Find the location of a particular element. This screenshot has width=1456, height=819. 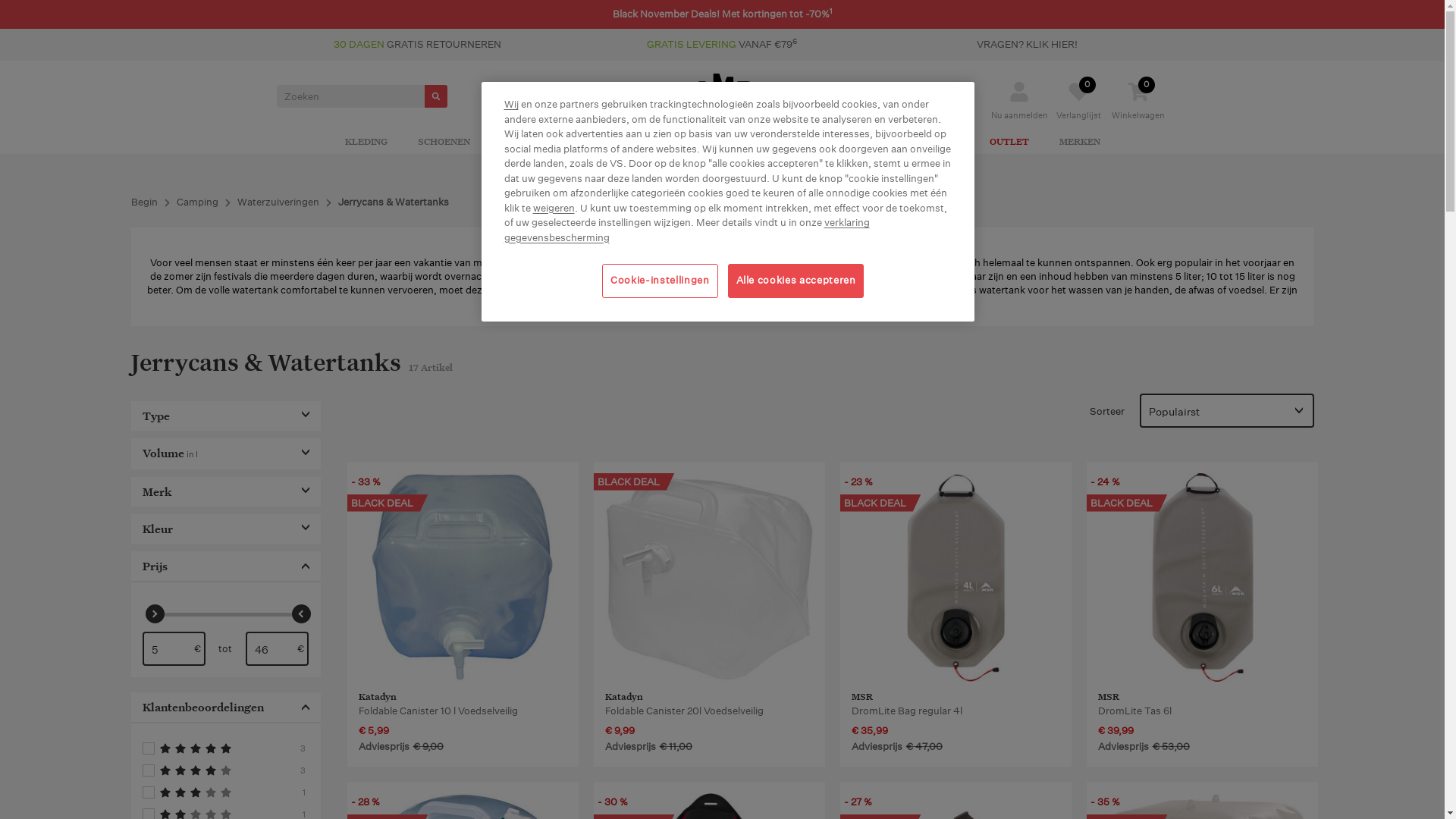

'KLEDING' is located at coordinates (365, 143).